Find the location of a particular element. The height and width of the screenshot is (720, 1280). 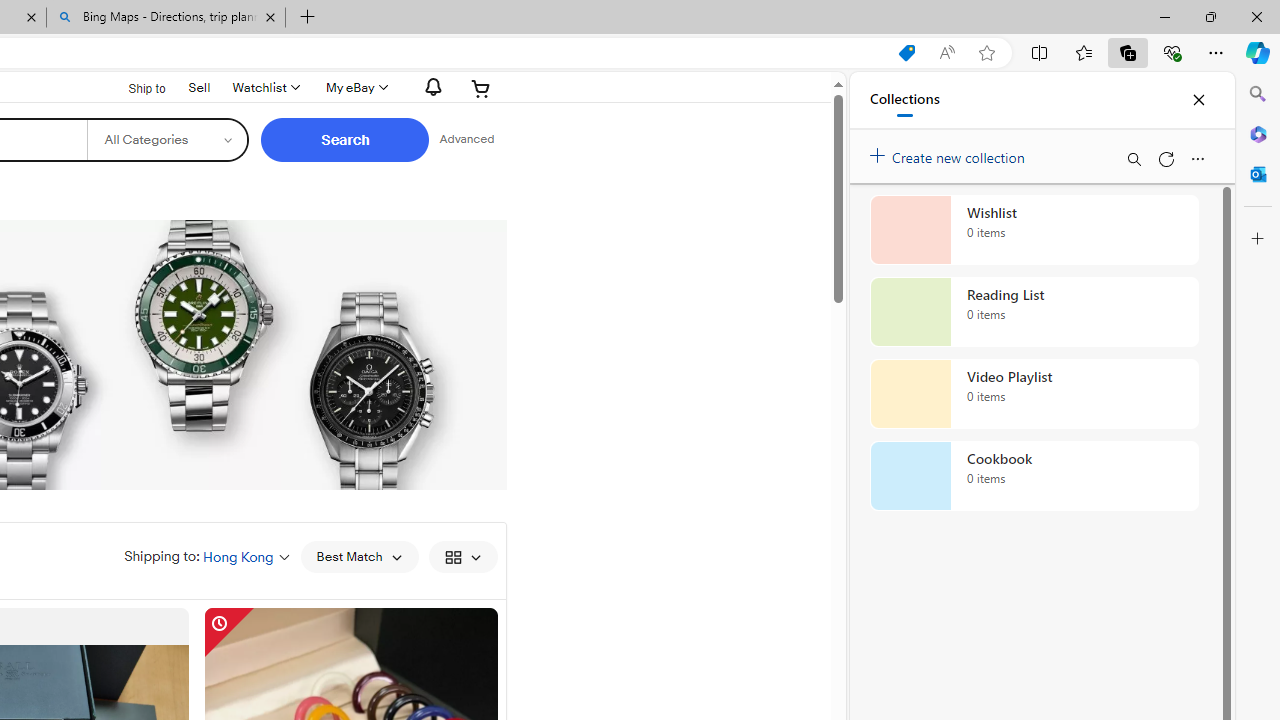

'Reading List collection, 0 items' is located at coordinates (1034, 312).